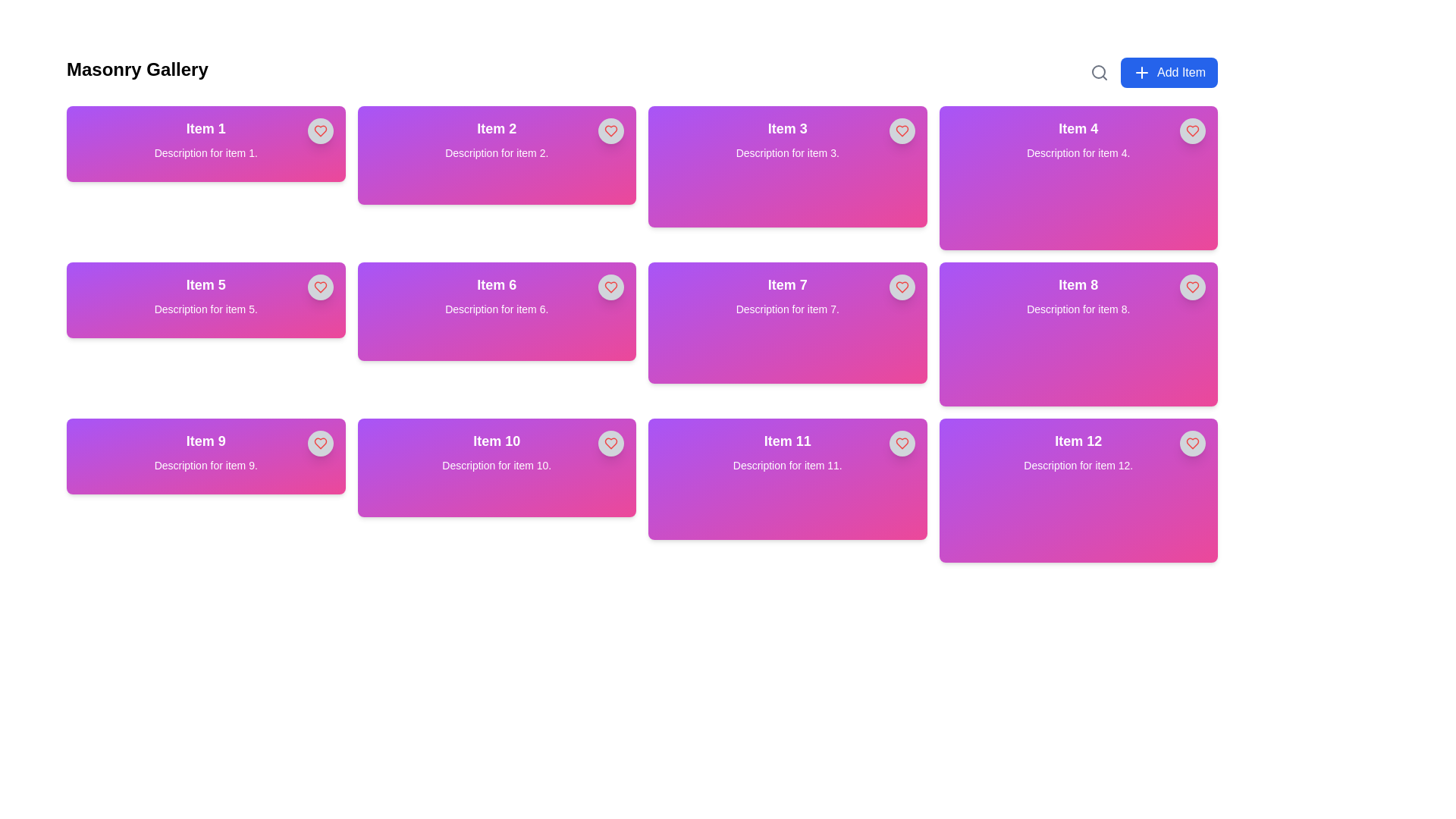 This screenshot has height=819, width=1456. What do you see at coordinates (1192, 444) in the screenshot?
I see `the heart icon in the top-right corner of the box titled 'Item 12', which represents a 'like' or 'favorite' action for this specific item` at bounding box center [1192, 444].